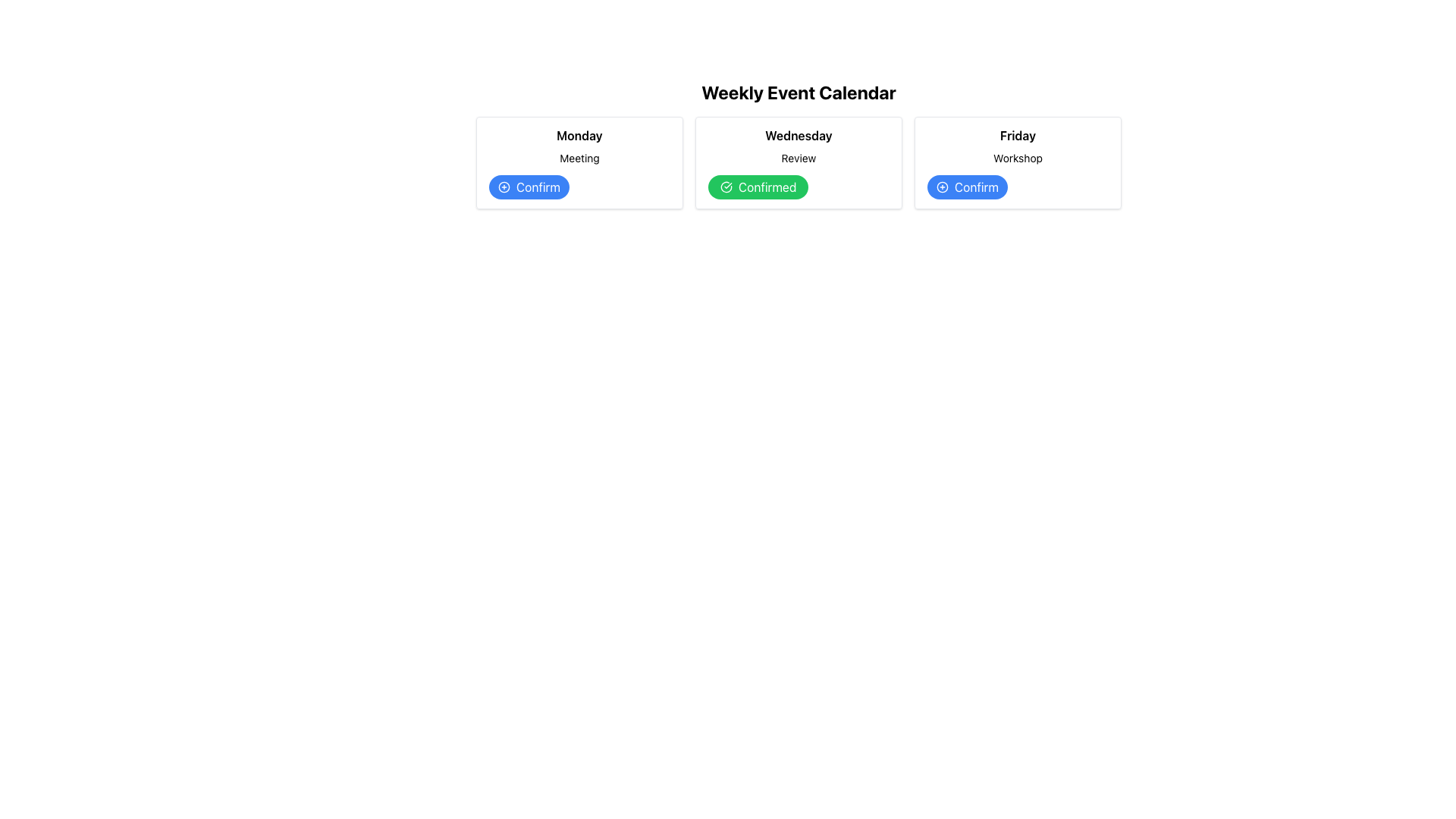 This screenshot has width=1456, height=819. I want to click on the green checked circular badge SVG element located in the center of the 'Wednesday Review' card under the 'Weekly Event Calendar' header, so click(726, 186).